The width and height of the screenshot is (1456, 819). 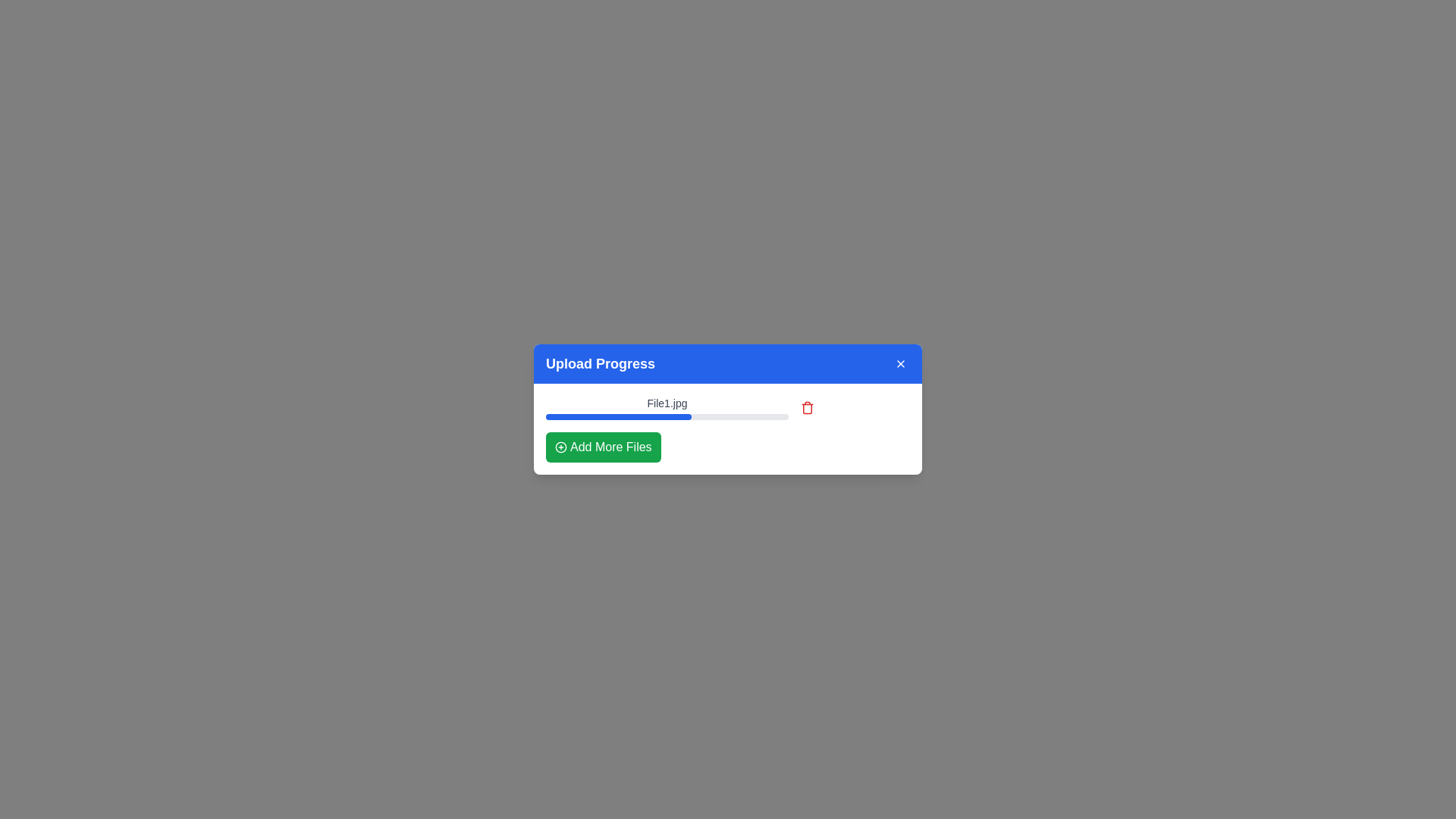 What do you see at coordinates (728, 409) in the screenshot?
I see `the progress bar updates in the 'Upload Progress' dialog box, which features a white background, a blue title bar, and a green 'Add More Files' button` at bounding box center [728, 409].